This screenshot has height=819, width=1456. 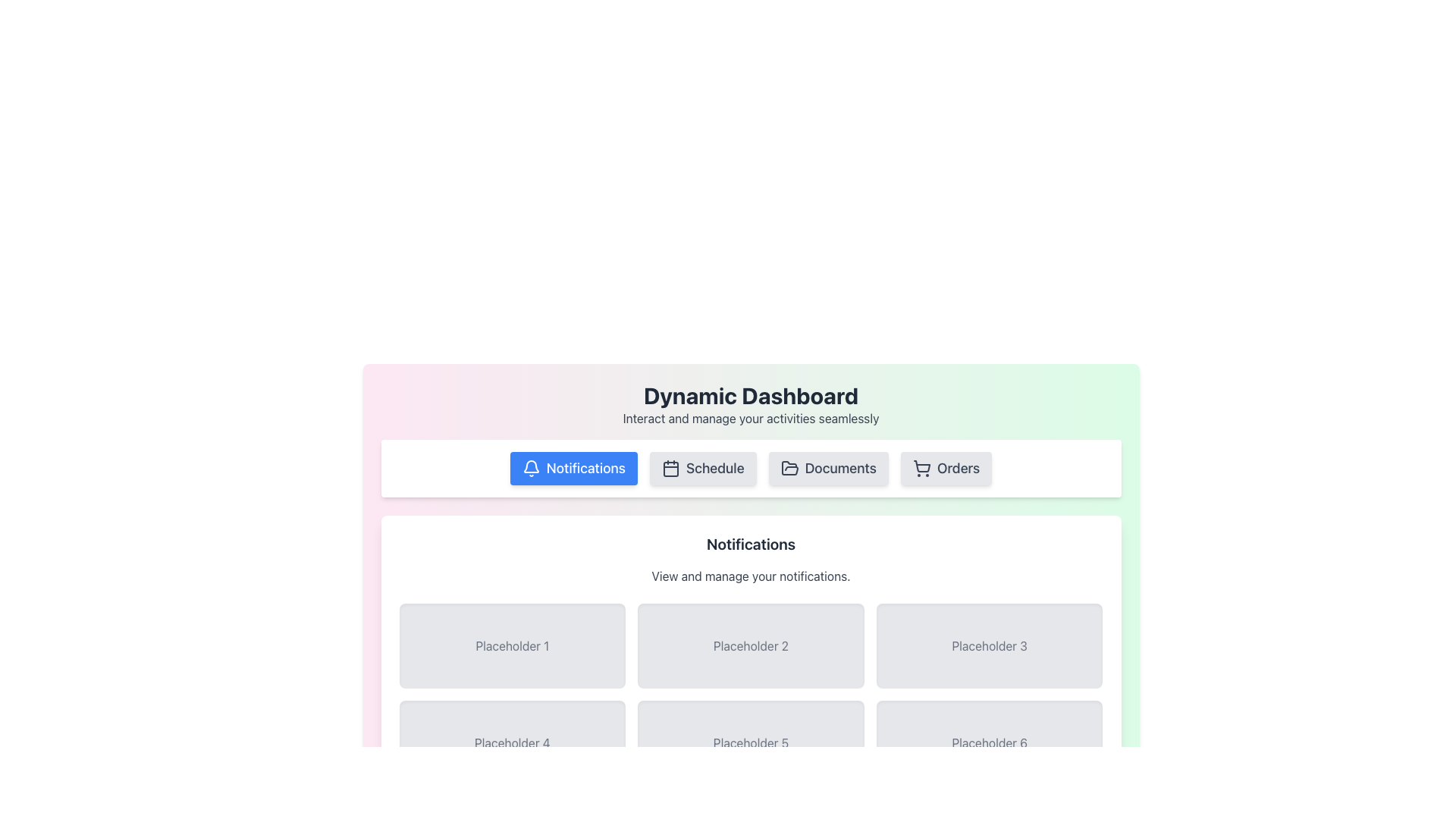 What do you see at coordinates (751, 742) in the screenshot?
I see `the text label 'Placeholder 5' located in the second row of the grid layout under the Notifications section` at bounding box center [751, 742].